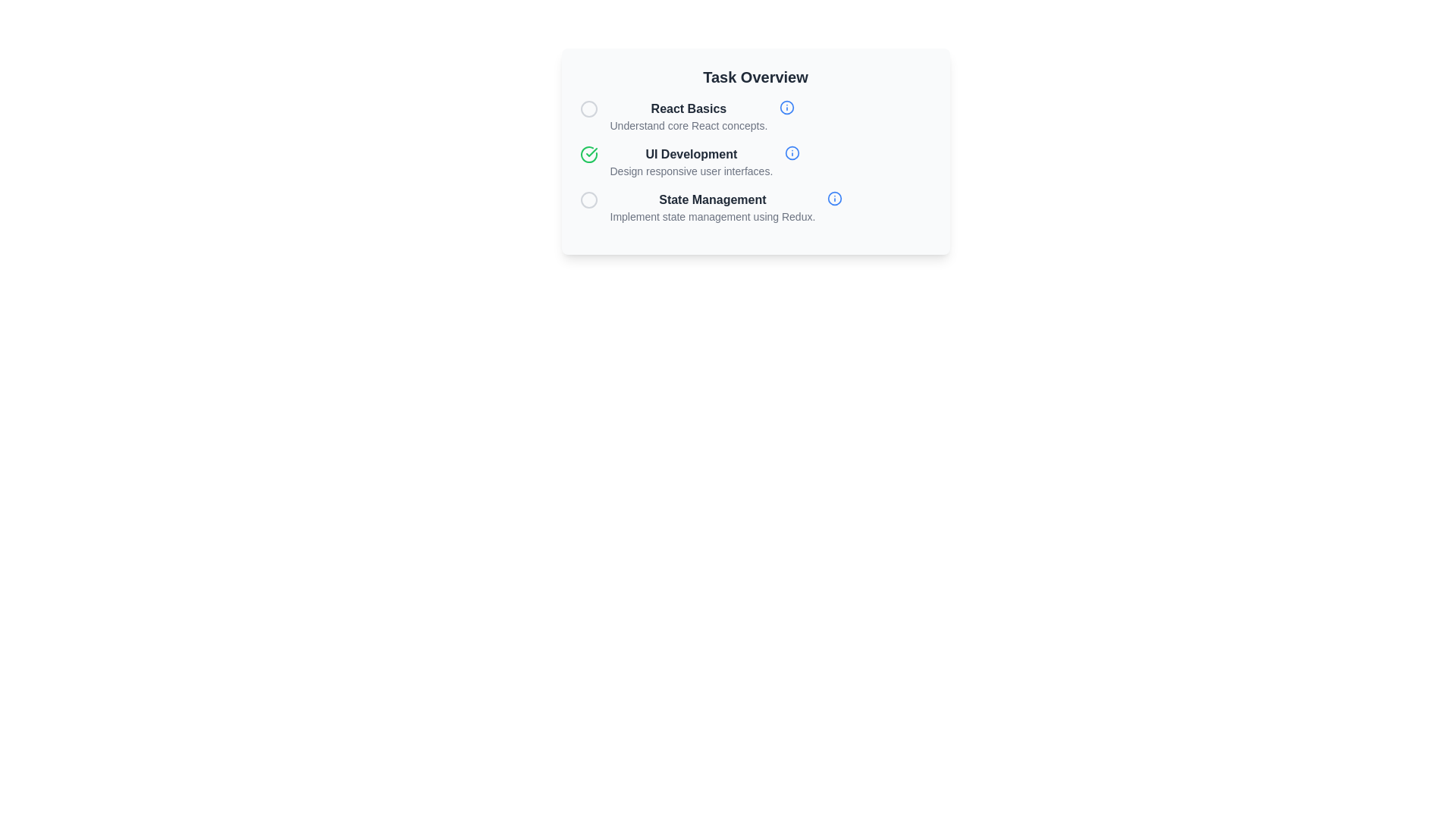 The image size is (1456, 819). Describe the element at coordinates (755, 207) in the screenshot. I see `the information icon in the 'State Management' list item` at that location.